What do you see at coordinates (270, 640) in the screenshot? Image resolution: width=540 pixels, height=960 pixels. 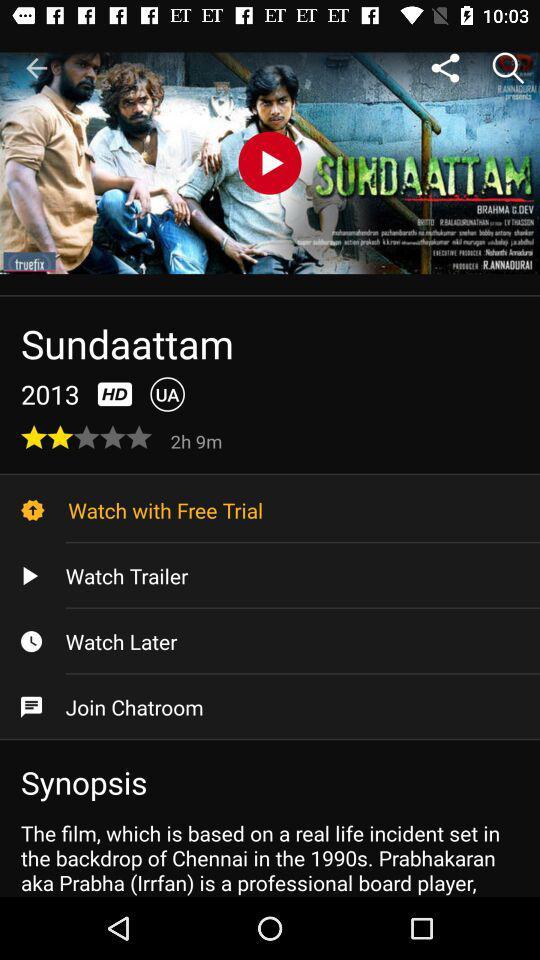 I see `watch later` at bounding box center [270, 640].